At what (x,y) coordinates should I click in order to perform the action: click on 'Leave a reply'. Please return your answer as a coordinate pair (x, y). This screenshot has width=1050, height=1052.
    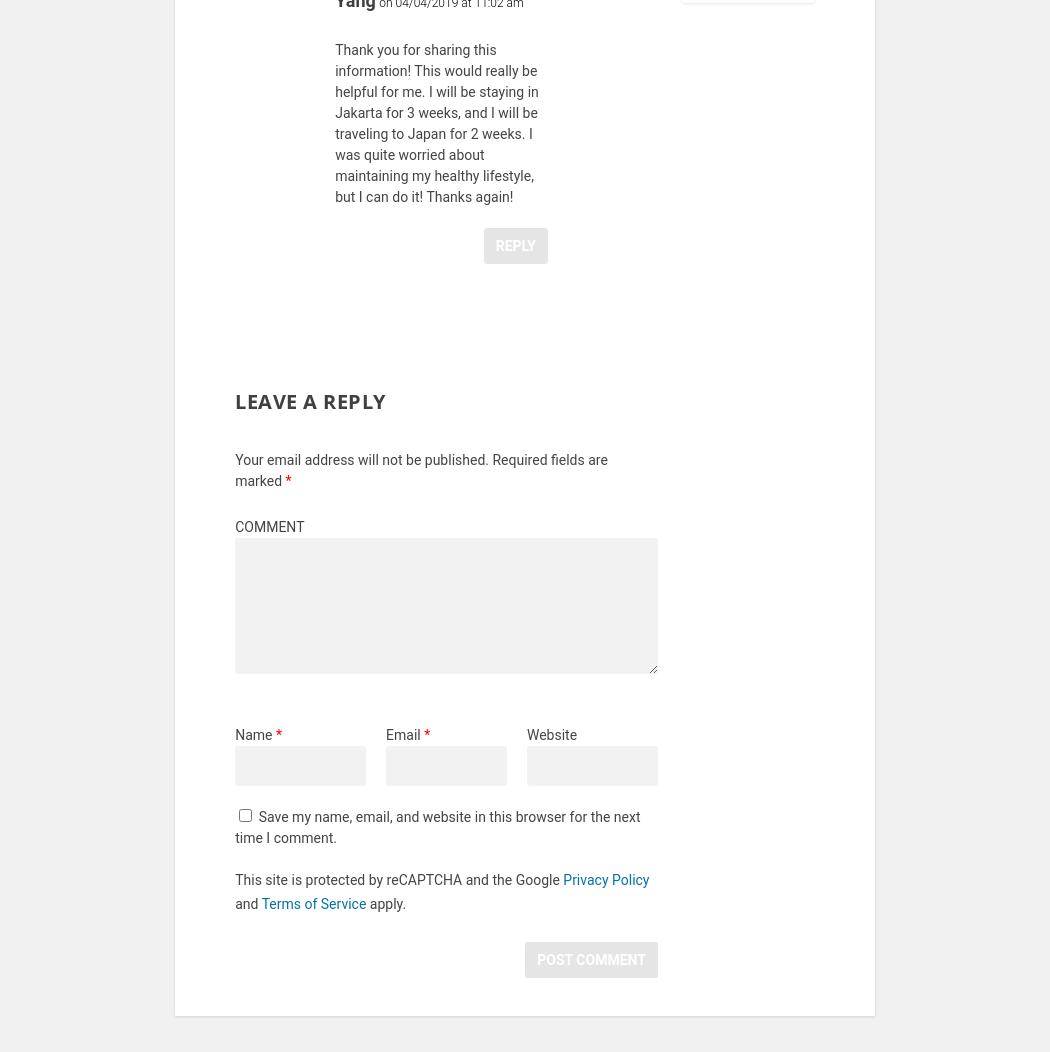
    Looking at the image, I should click on (309, 413).